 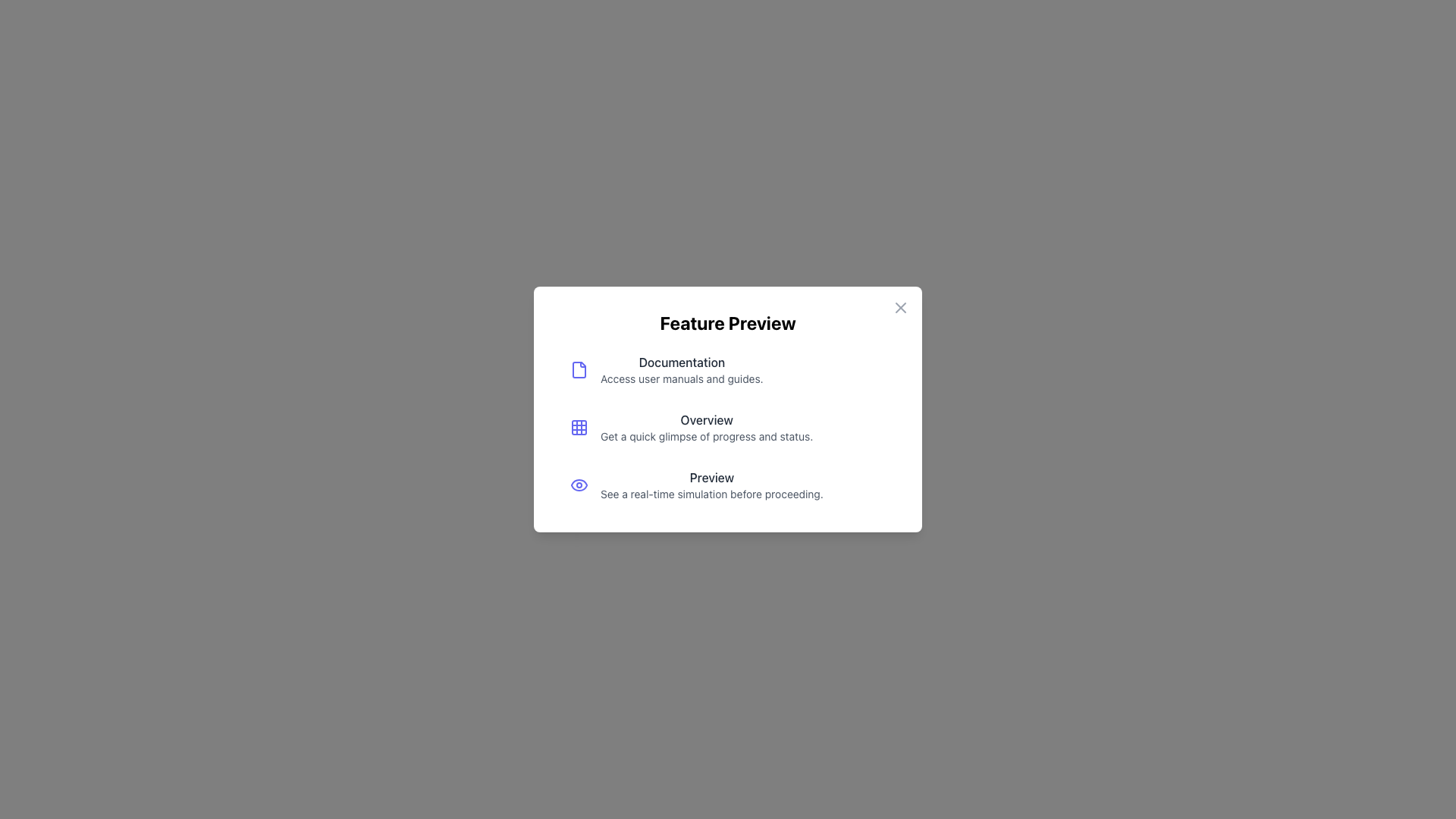 I want to click on the small purple document icon in the 'Feature Preview' modal dialog, so click(x=578, y=370).